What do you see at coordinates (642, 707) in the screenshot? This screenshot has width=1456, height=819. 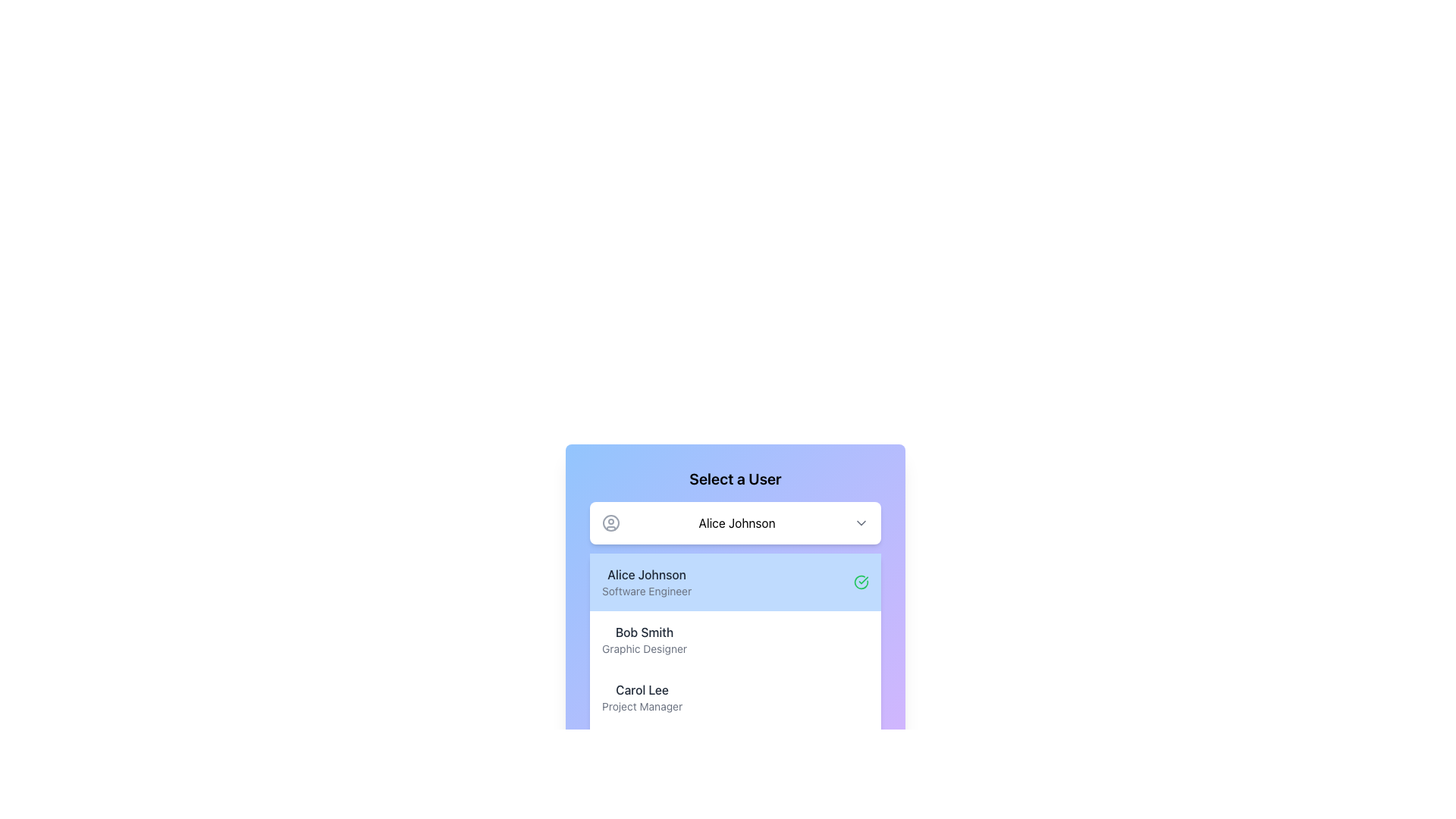 I see `the 'Project Manager' text label, which is a smaller gray font located beneath 'Carol Lee' in the user list` at bounding box center [642, 707].